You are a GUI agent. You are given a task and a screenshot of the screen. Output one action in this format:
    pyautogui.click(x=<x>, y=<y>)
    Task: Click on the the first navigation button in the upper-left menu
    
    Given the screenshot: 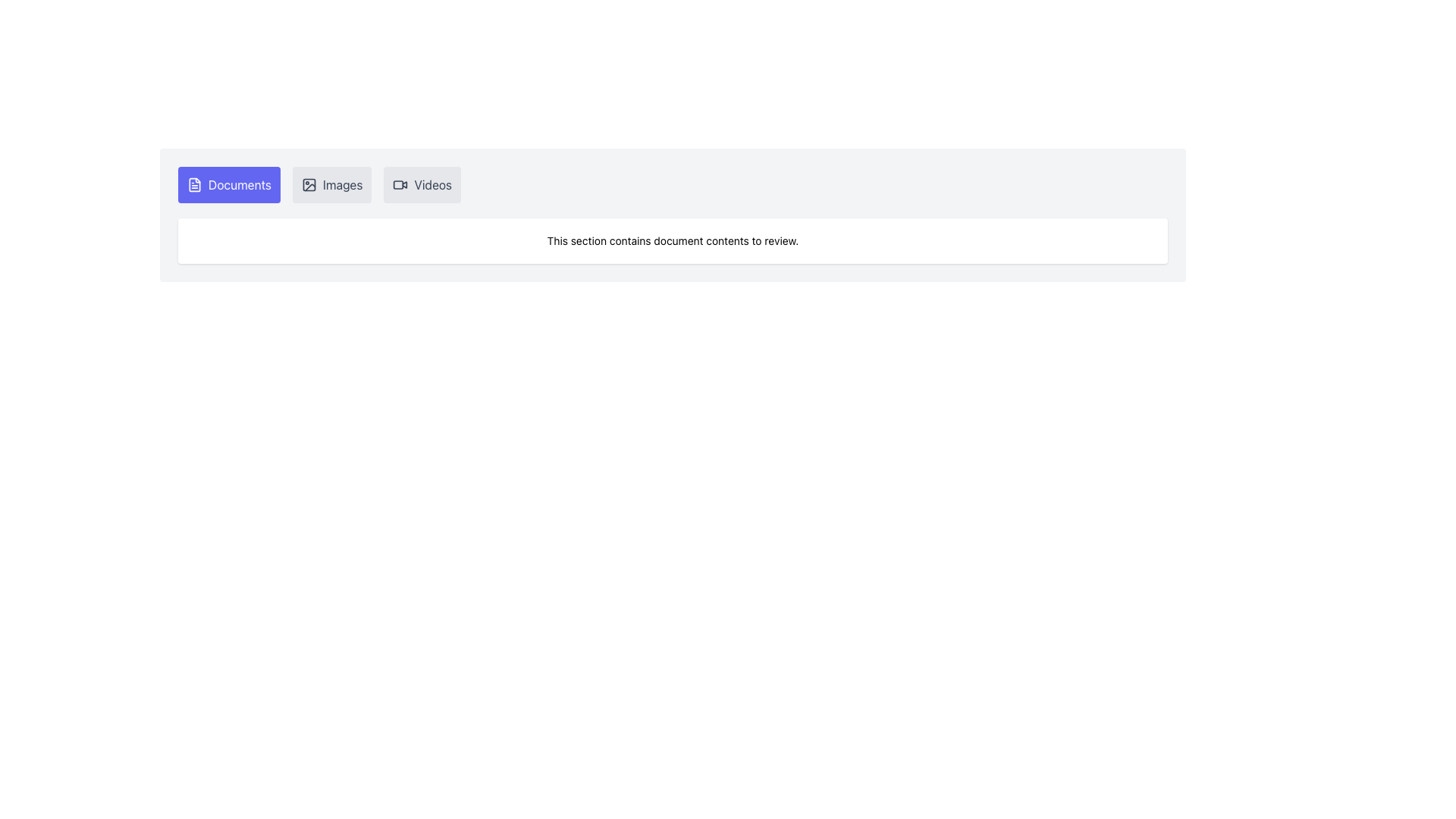 What is the action you would take?
    pyautogui.click(x=239, y=184)
    